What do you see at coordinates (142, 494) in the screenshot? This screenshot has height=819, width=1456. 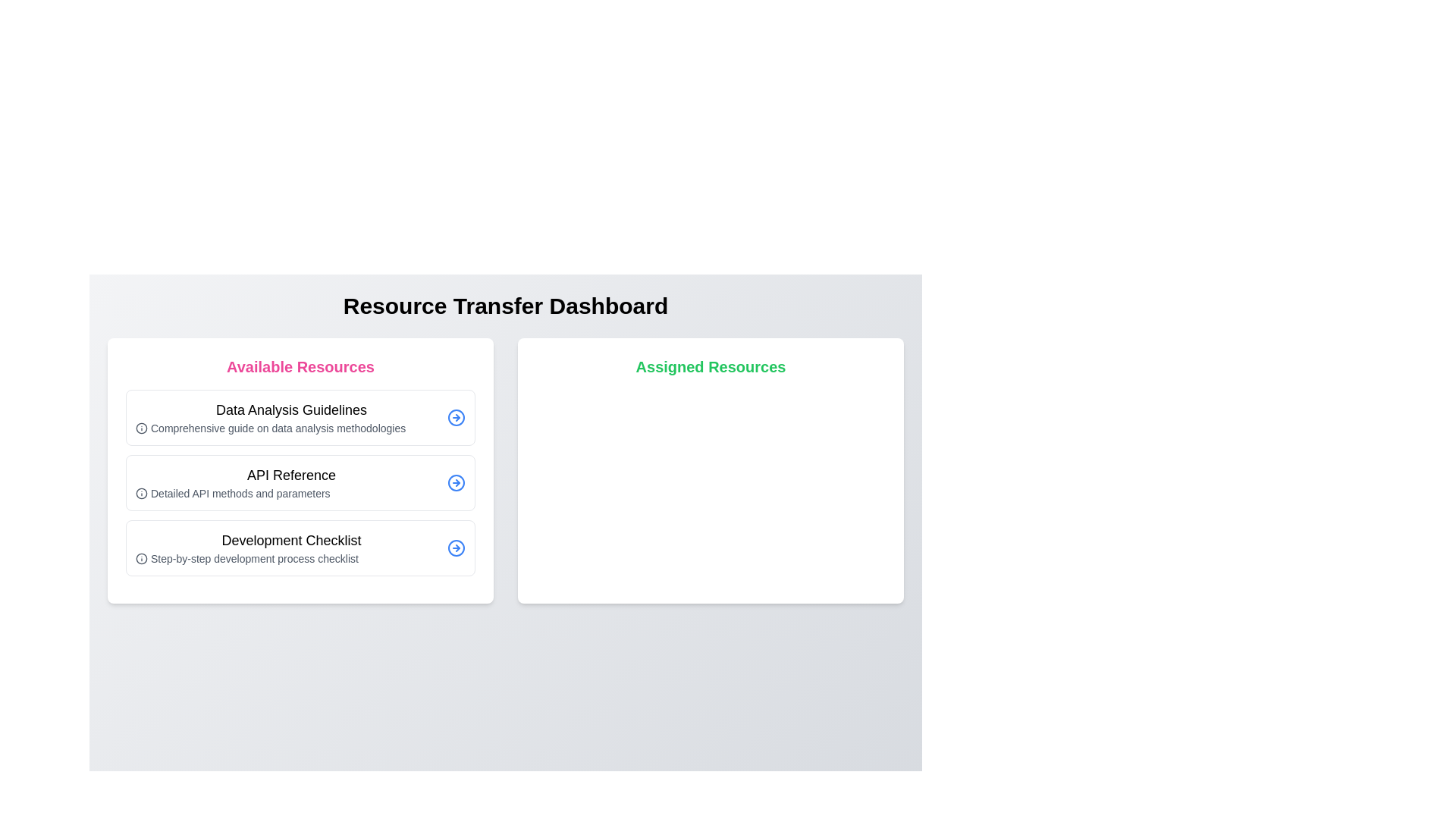 I see `the circular icon with a hollow center that precedes the text 'Detailed API methods and parameters' in the resource item list` at bounding box center [142, 494].